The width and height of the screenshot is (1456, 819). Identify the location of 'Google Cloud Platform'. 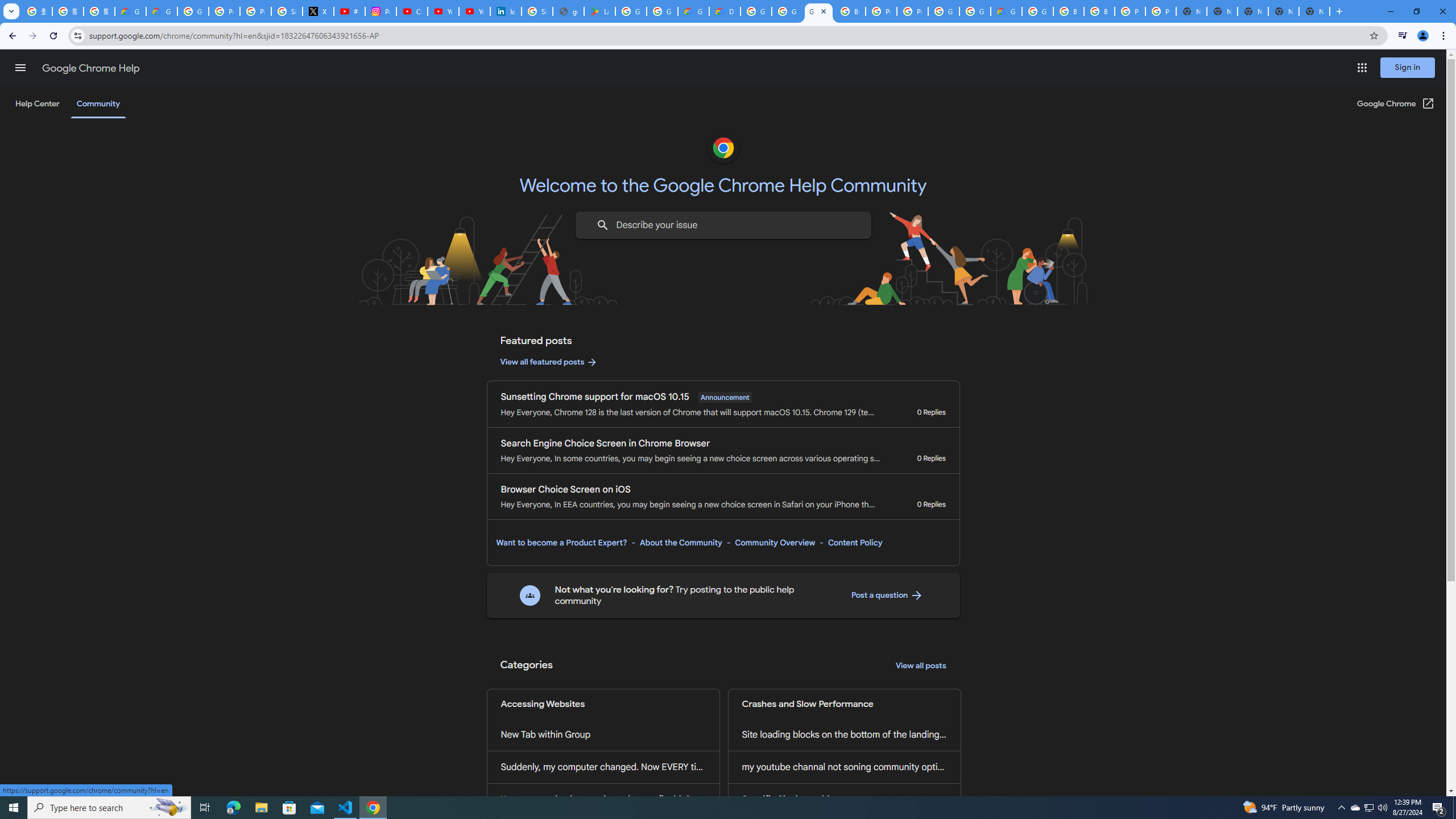
(943, 11).